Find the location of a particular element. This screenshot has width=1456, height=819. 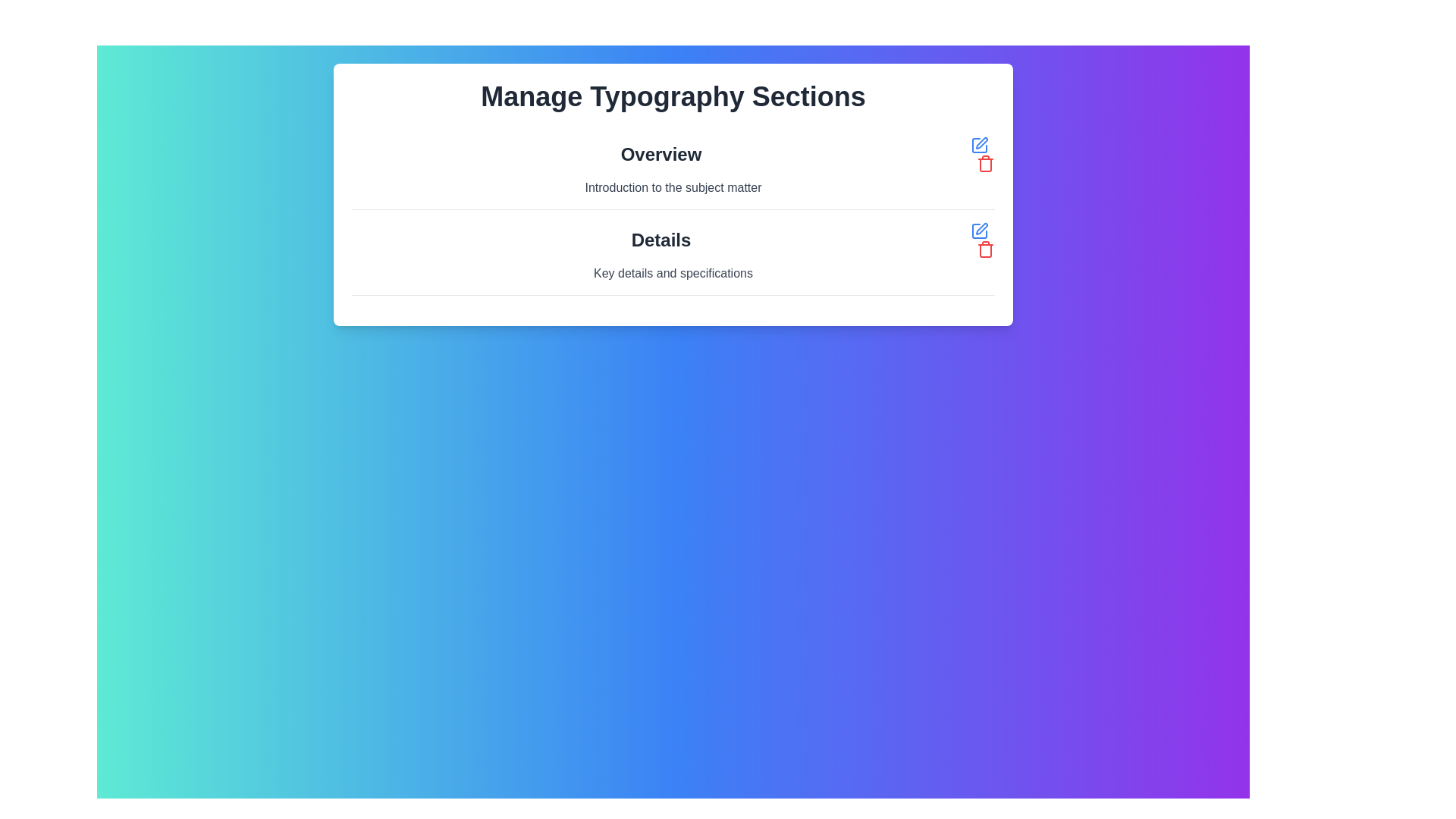

the red trash bin icon located to the right of the blue edit icon in the 'Overview' section for additional context or tooltip is located at coordinates (986, 248).